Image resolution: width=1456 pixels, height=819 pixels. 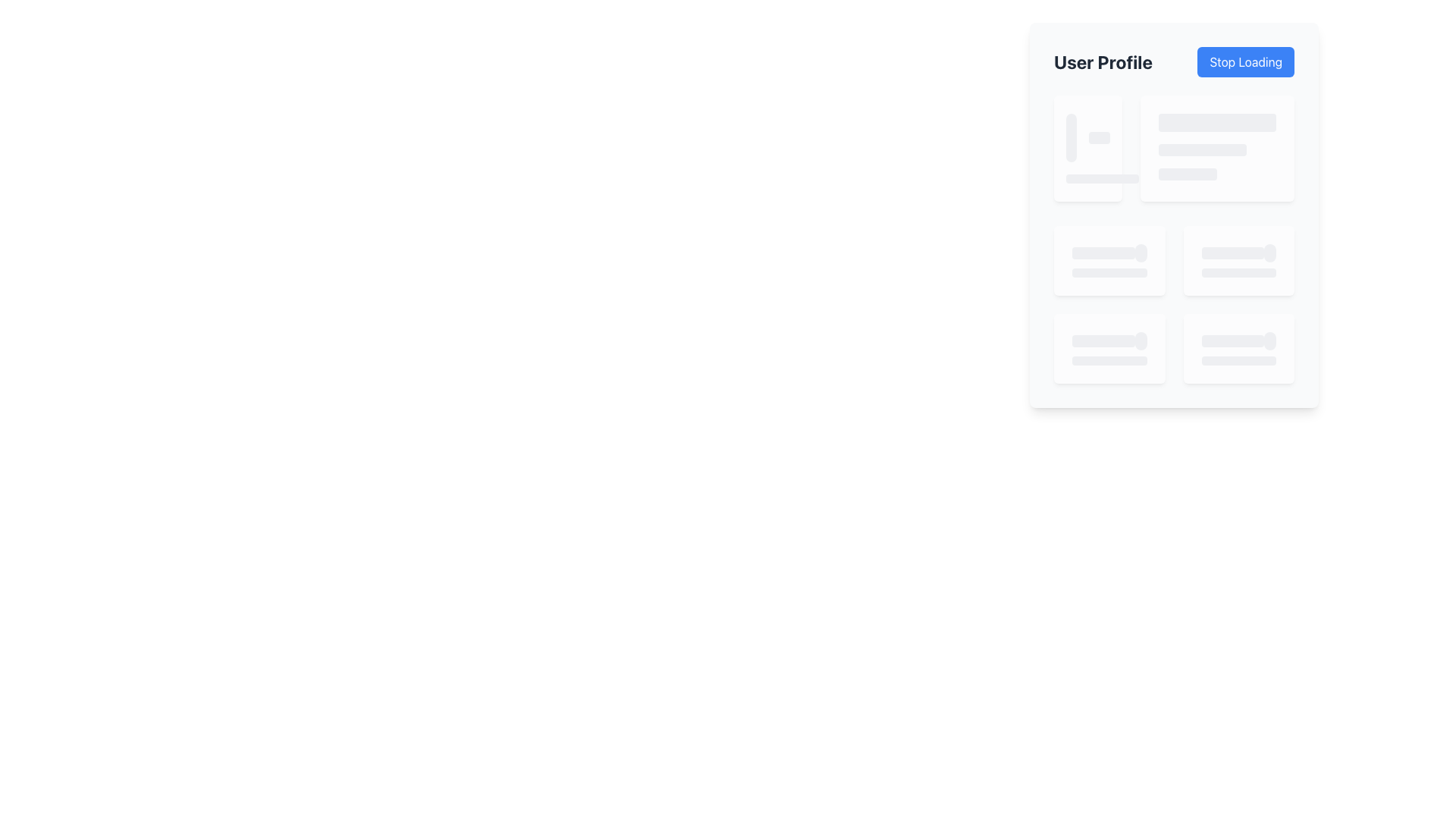 What do you see at coordinates (1137, 341) in the screenshot?
I see `the slider value` at bounding box center [1137, 341].